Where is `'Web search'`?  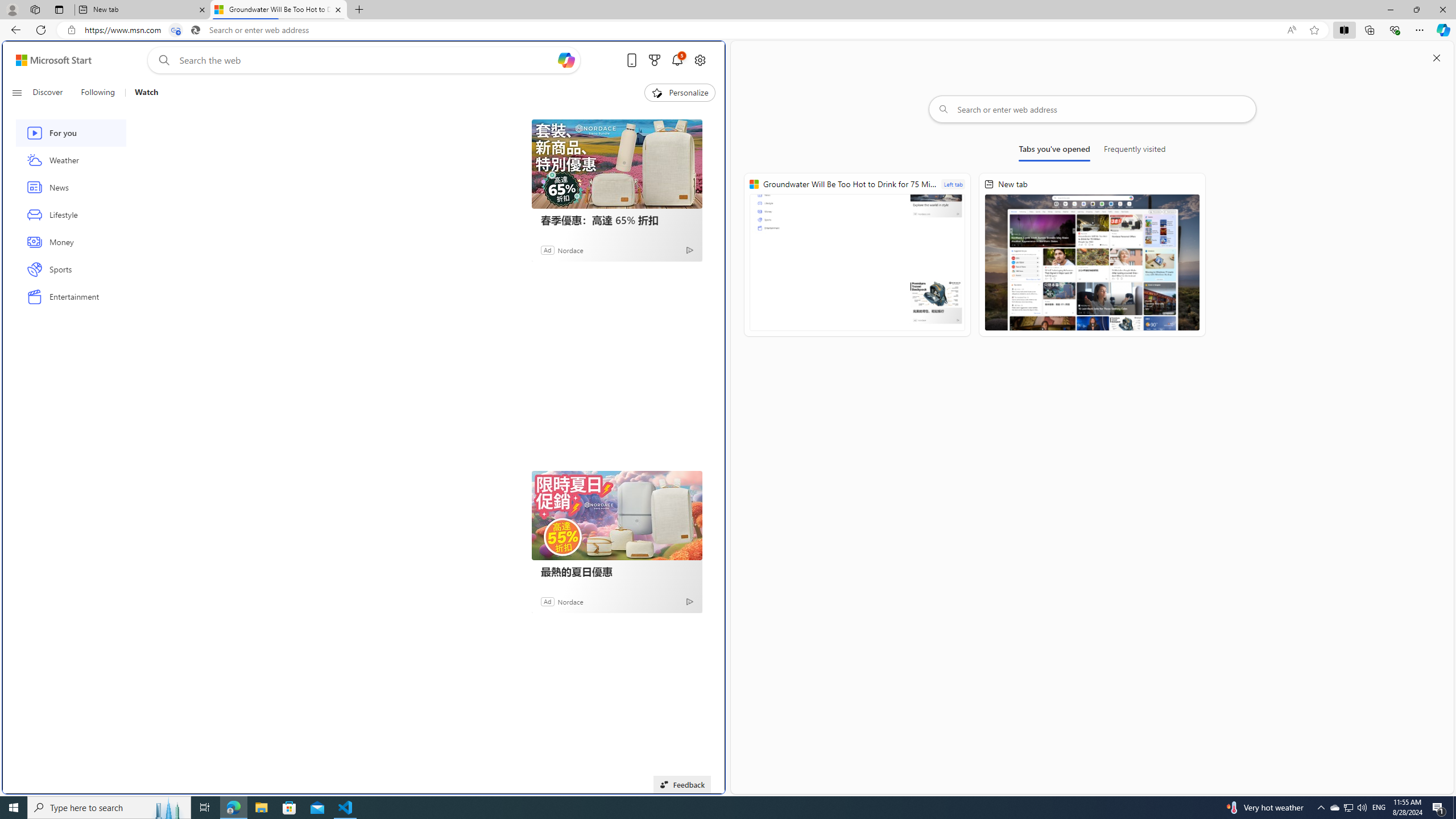
'Web search' is located at coordinates (162, 60).